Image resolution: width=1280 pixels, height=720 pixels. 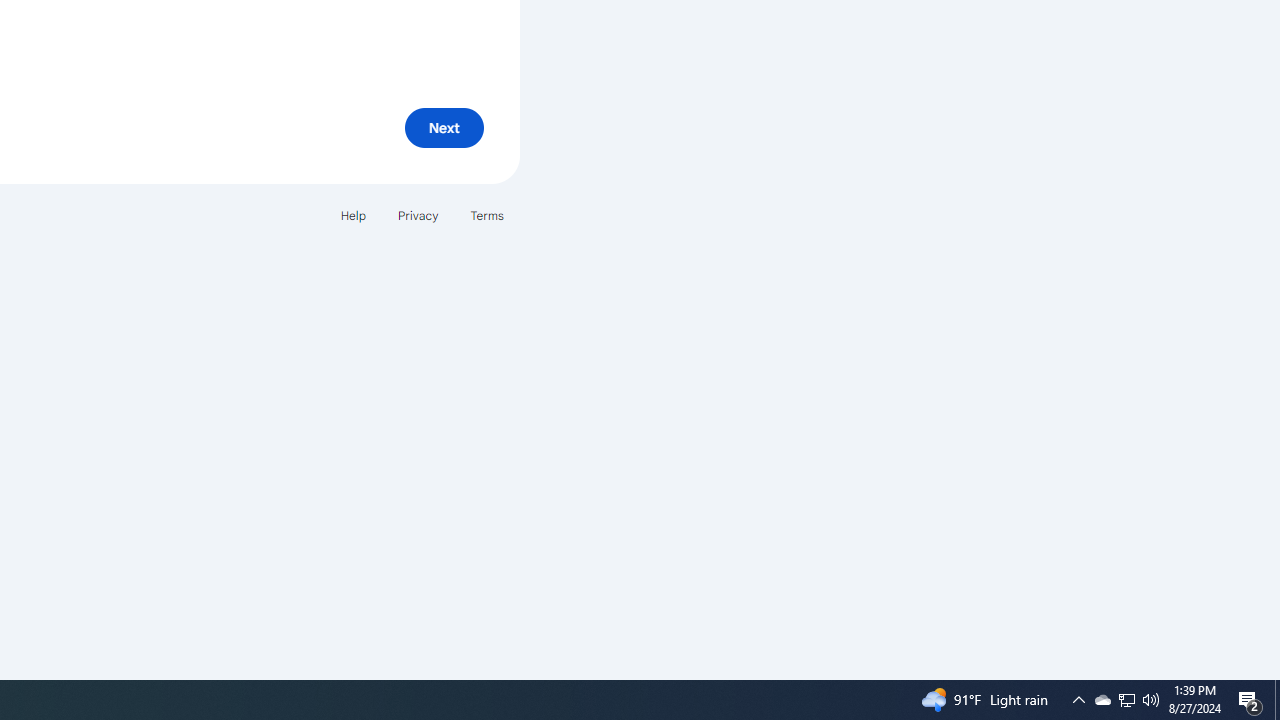 What do you see at coordinates (416, 215) in the screenshot?
I see `'Privacy'` at bounding box center [416, 215].